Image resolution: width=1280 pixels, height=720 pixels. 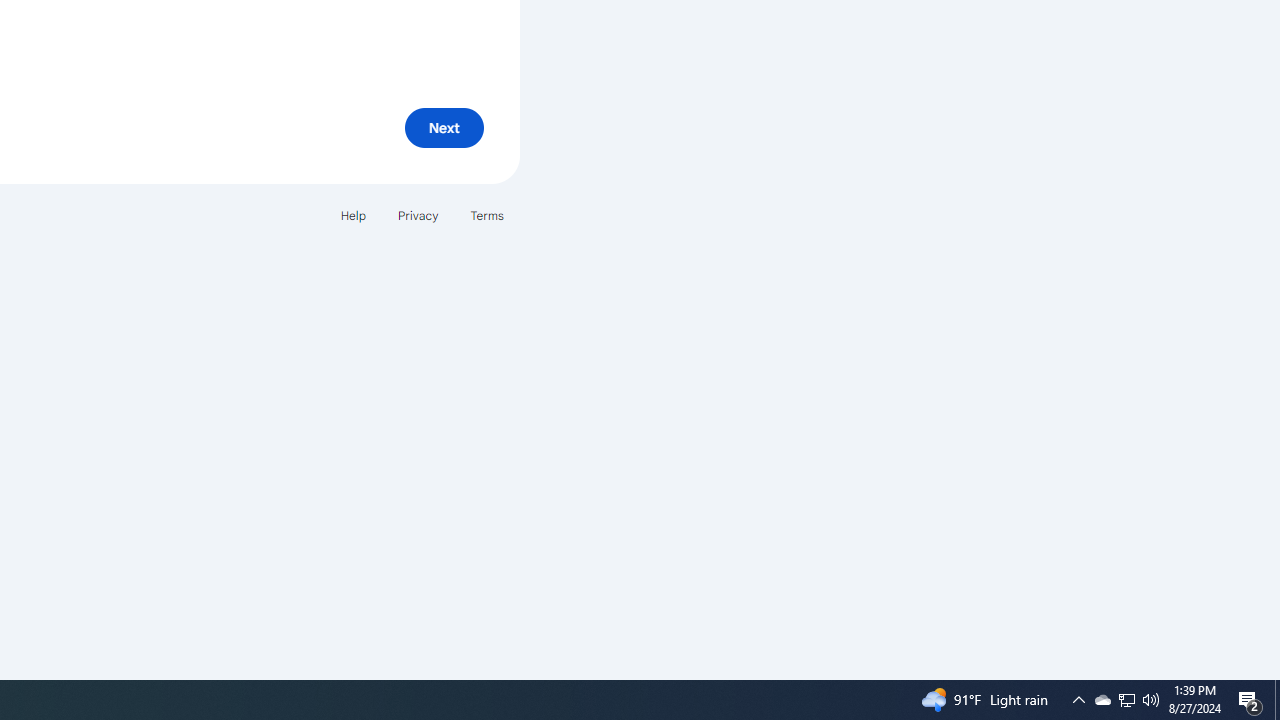 What do you see at coordinates (416, 215) in the screenshot?
I see `'Privacy'` at bounding box center [416, 215].